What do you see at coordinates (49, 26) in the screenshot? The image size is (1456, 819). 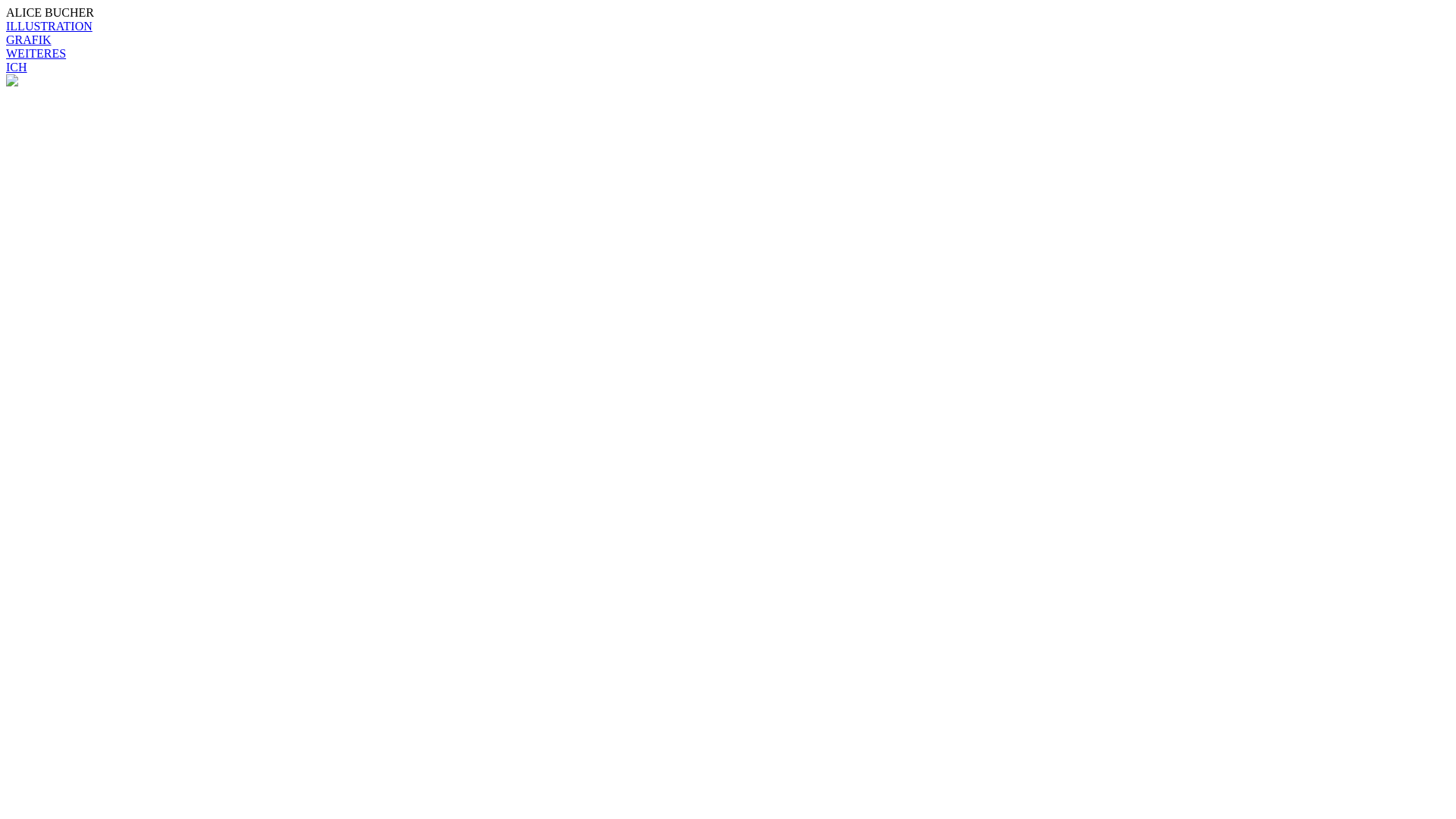 I see `'ILLUSTRATION'` at bounding box center [49, 26].